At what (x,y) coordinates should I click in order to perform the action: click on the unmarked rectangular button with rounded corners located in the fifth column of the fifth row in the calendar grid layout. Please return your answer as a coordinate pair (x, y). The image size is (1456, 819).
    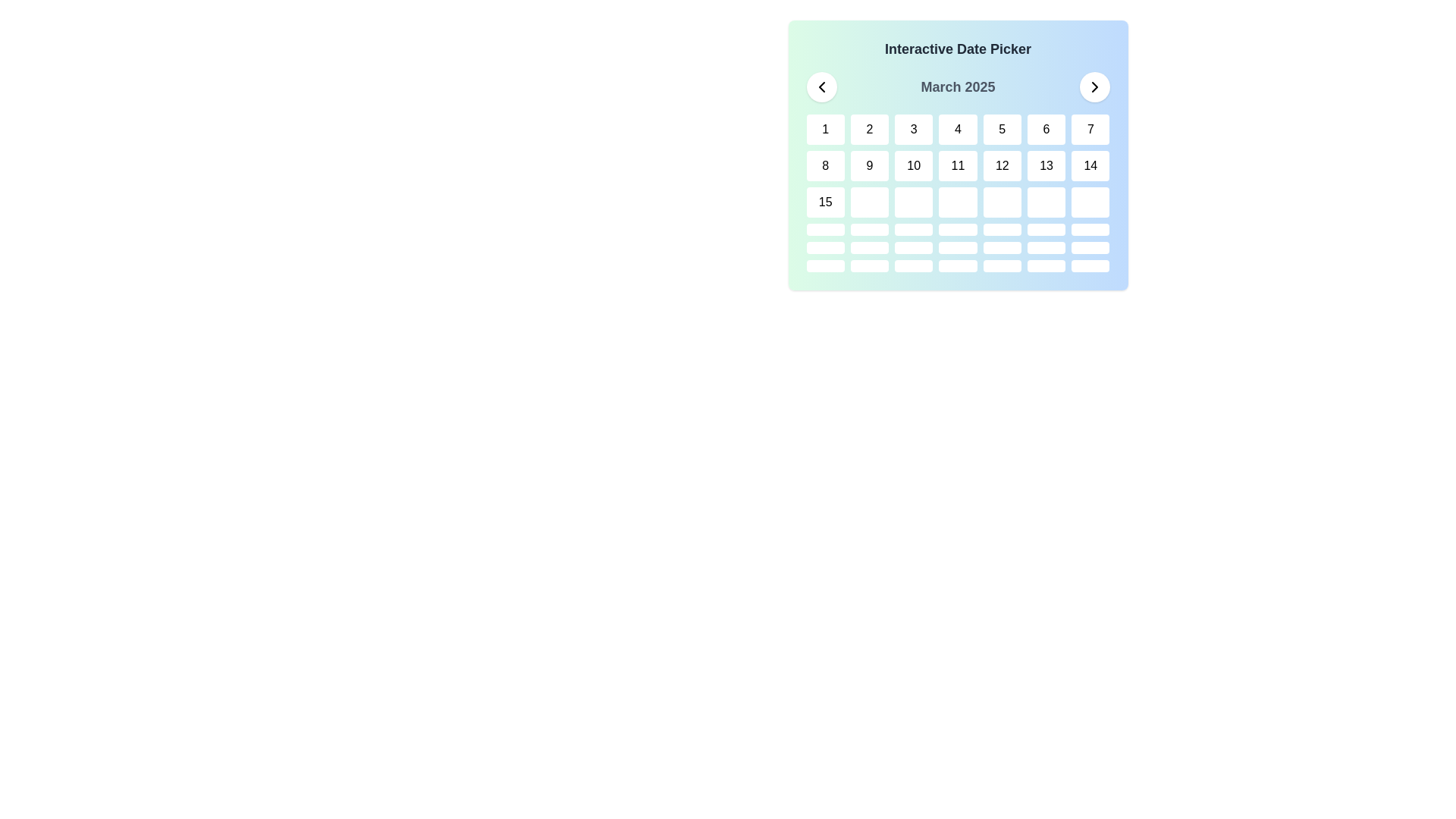
    Looking at the image, I should click on (1002, 265).